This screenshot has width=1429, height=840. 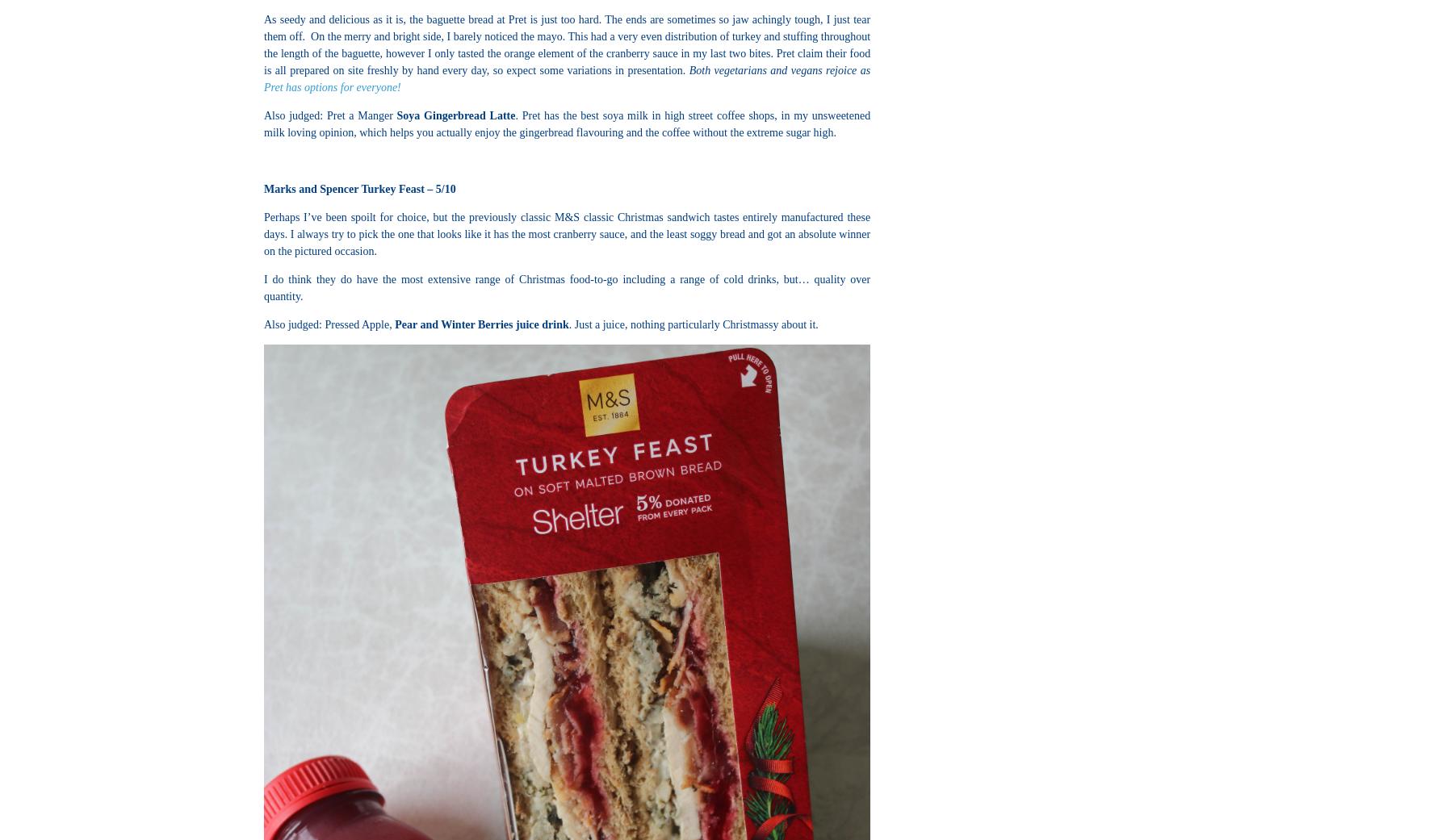 What do you see at coordinates (480, 324) in the screenshot?
I see `'Pear and Winter Berries juice drink'` at bounding box center [480, 324].